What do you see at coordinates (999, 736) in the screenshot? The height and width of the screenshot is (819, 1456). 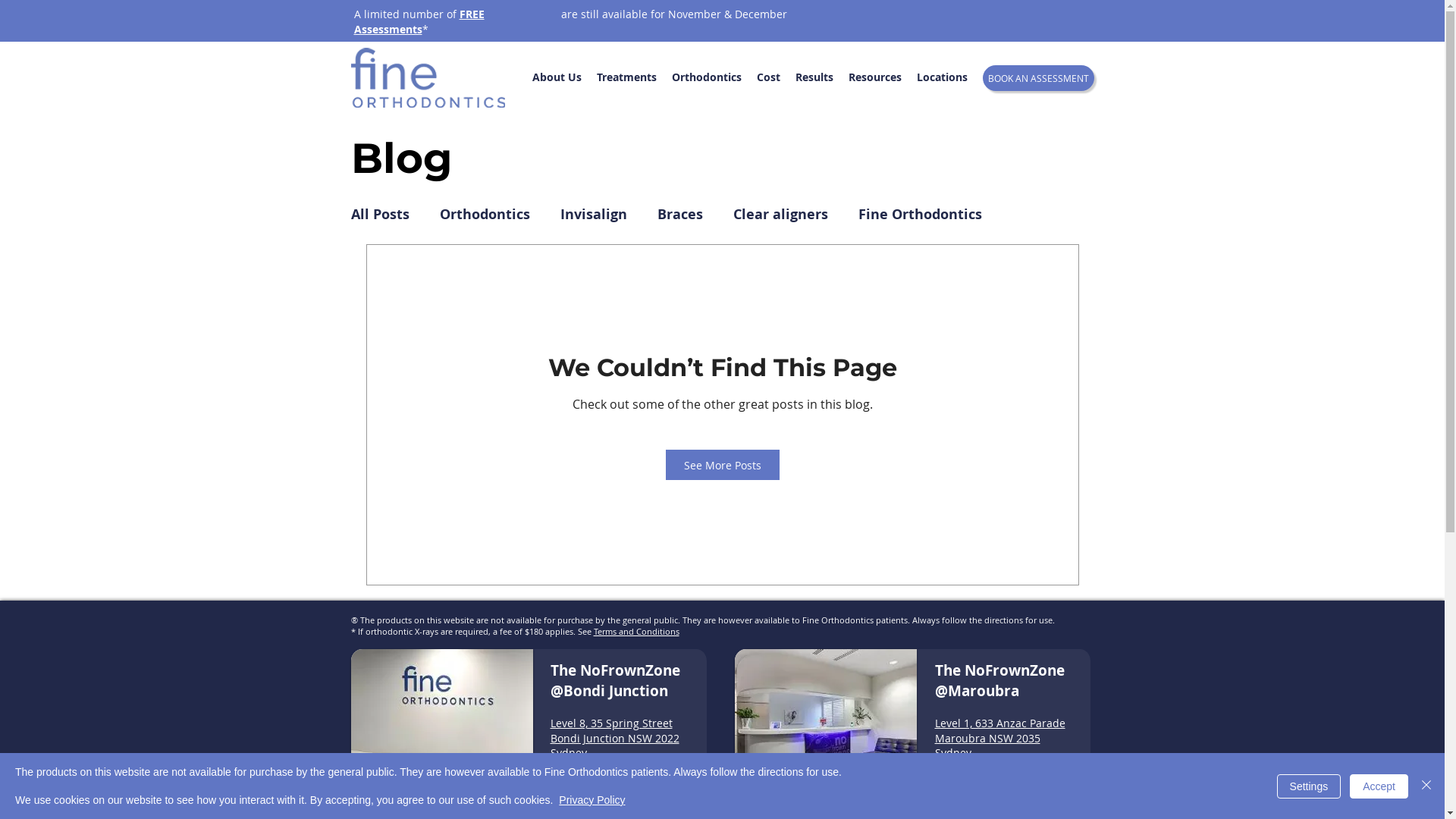 I see `'Level 1, 633 Anzac Parade` at bounding box center [999, 736].